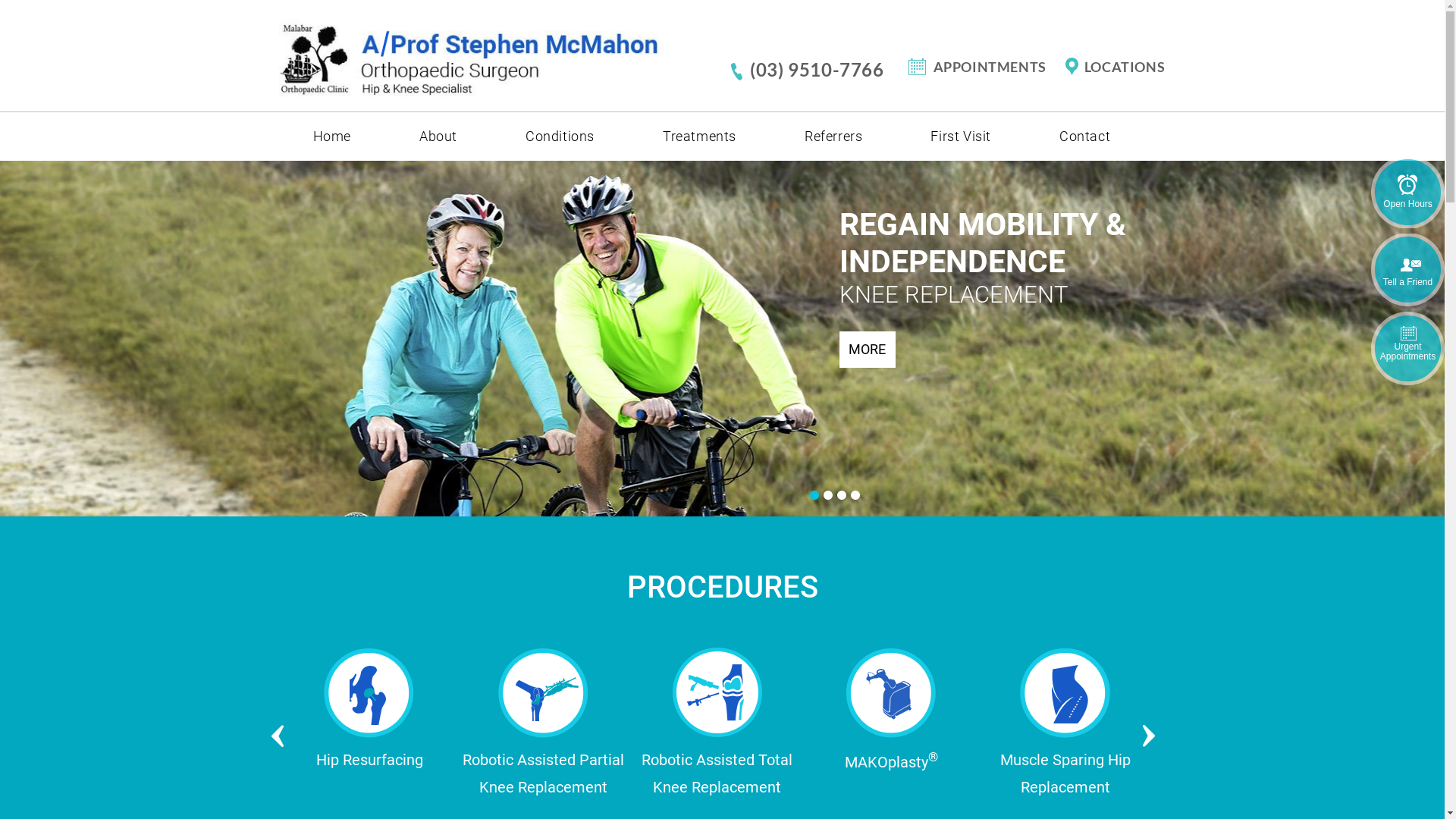 This screenshot has width=1456, height=819. I want to click on 'About', so click(437, 136).